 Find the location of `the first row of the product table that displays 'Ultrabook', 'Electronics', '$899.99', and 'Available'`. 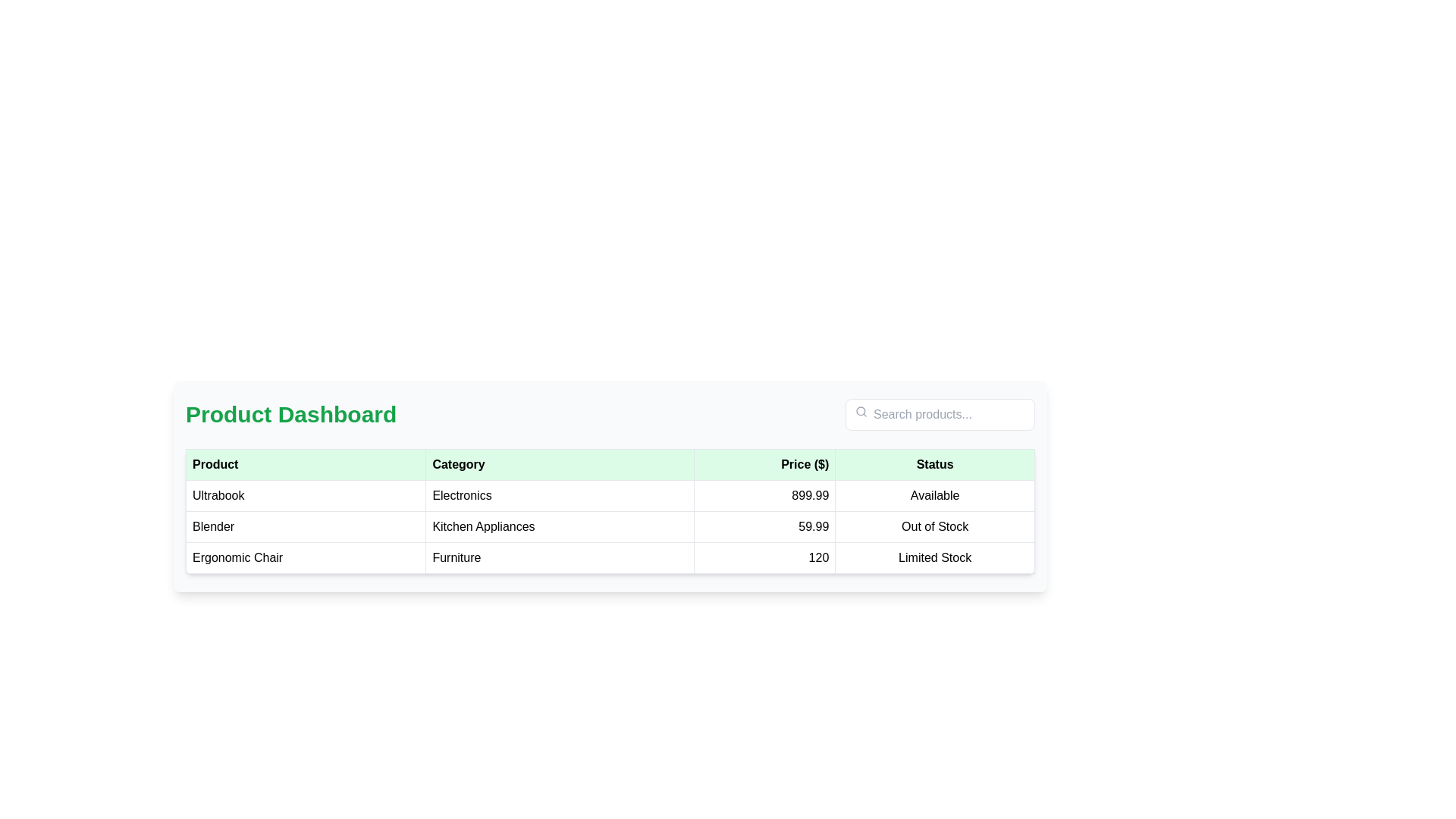

the first row of the product table that displays 'Ultrabook', 'Electronics', '$899.99', and 'Available' is located at coordinates (610, 496).